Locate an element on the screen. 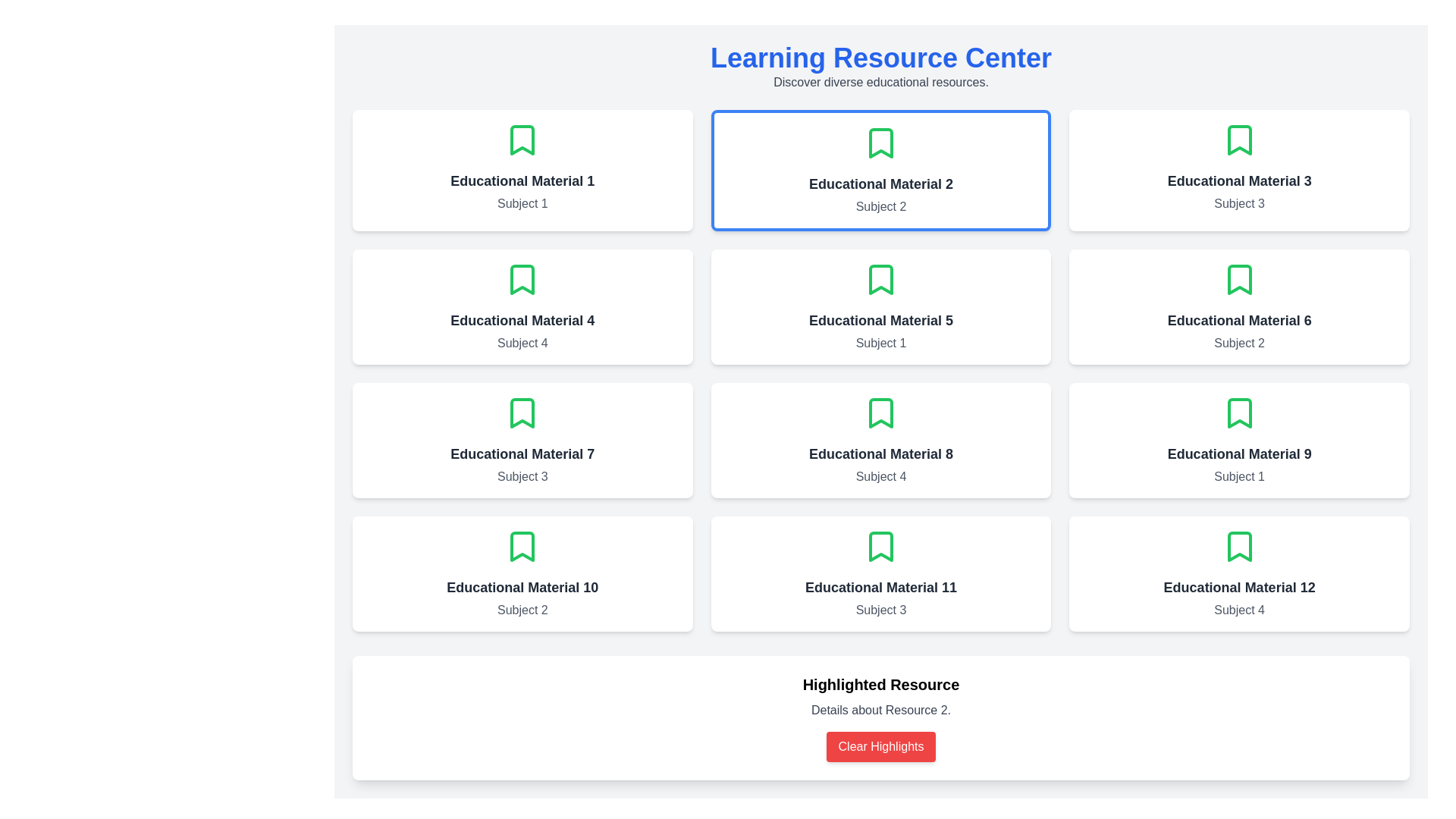  the SVG-based bookmark icon located above the title in the card labeled 'Educational Material 4' to interact with it is located at coordinates (522, 280).